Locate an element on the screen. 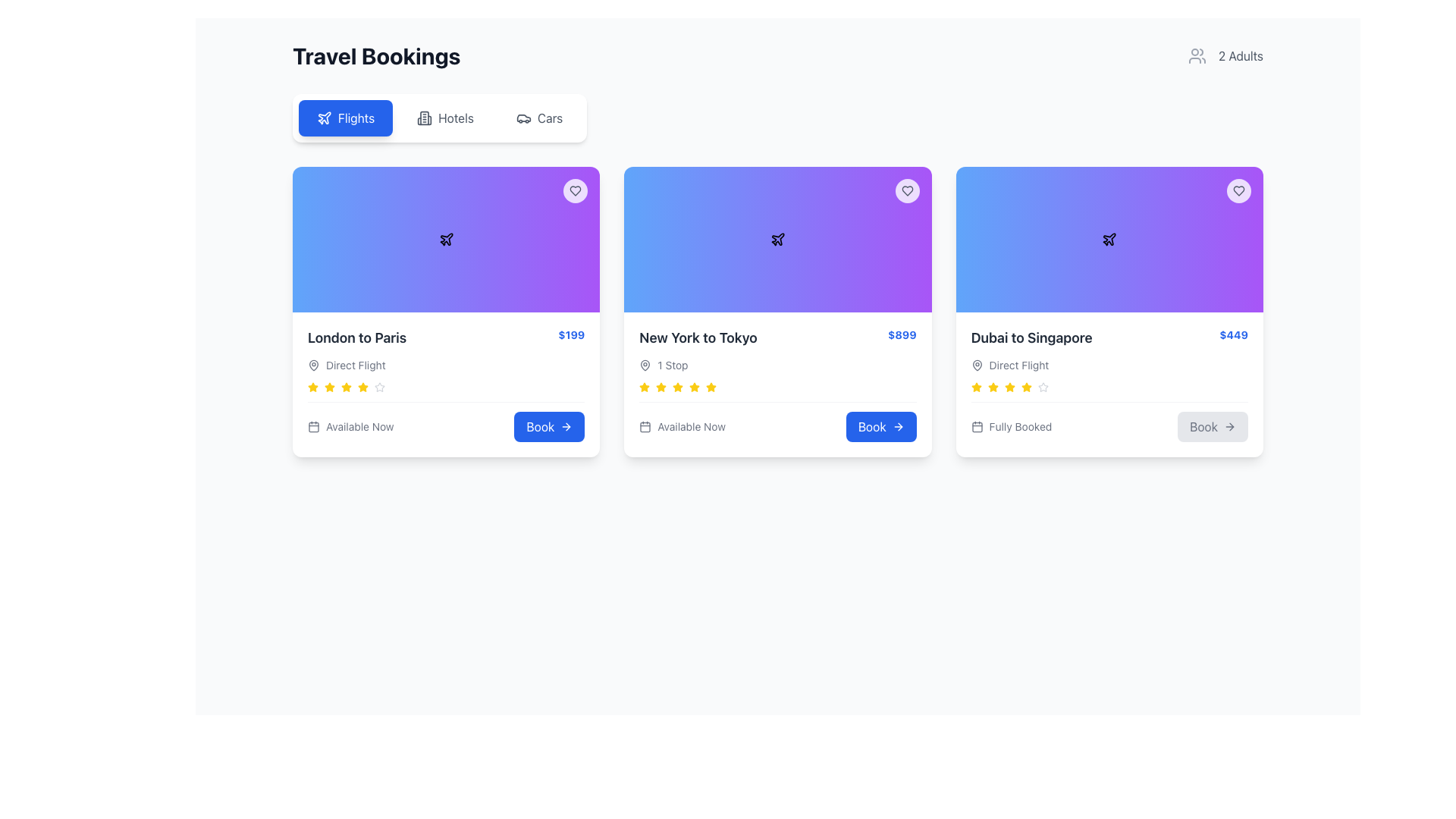 The image size is (1456, 819). the static display label with icon that shows the selected number of adults for booking, located in the top-right corner next to the title 'Travel Bookings' is located at coordinates (1225, 55).